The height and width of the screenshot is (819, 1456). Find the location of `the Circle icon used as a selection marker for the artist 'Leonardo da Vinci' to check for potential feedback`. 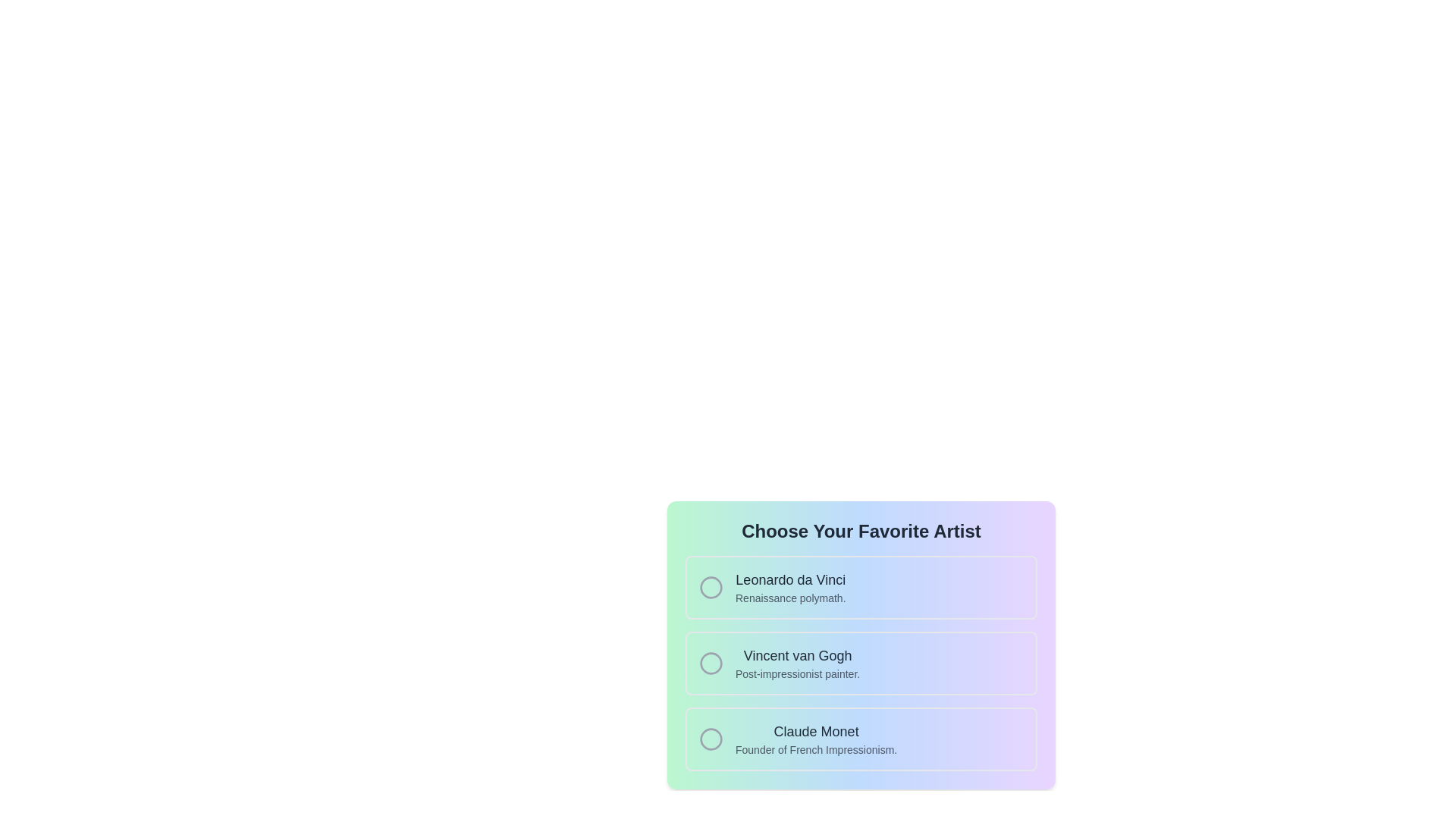

the Circle icon used as a selection marker for the artist 'Leonardo da Vinci' to check for potential feedback is located at coordinates (710, 587).